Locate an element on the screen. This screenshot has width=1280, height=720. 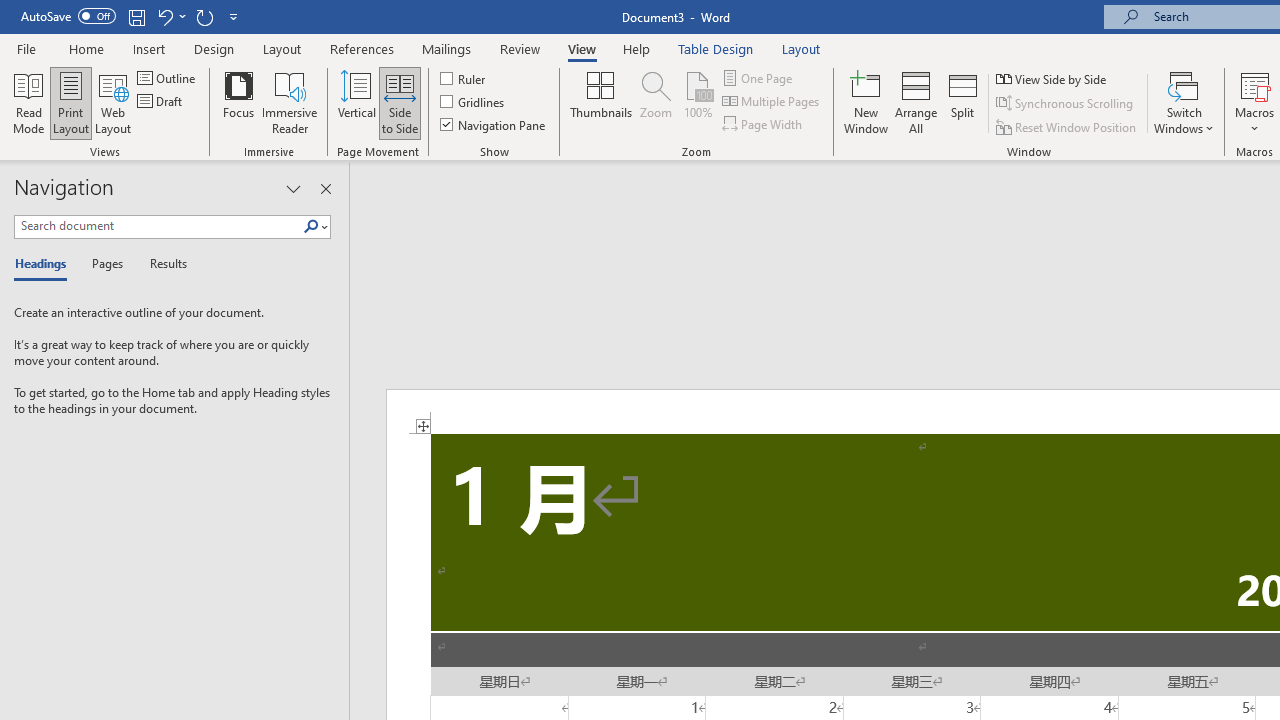
'Immersive Reader' is located at coordinates (288, 103).